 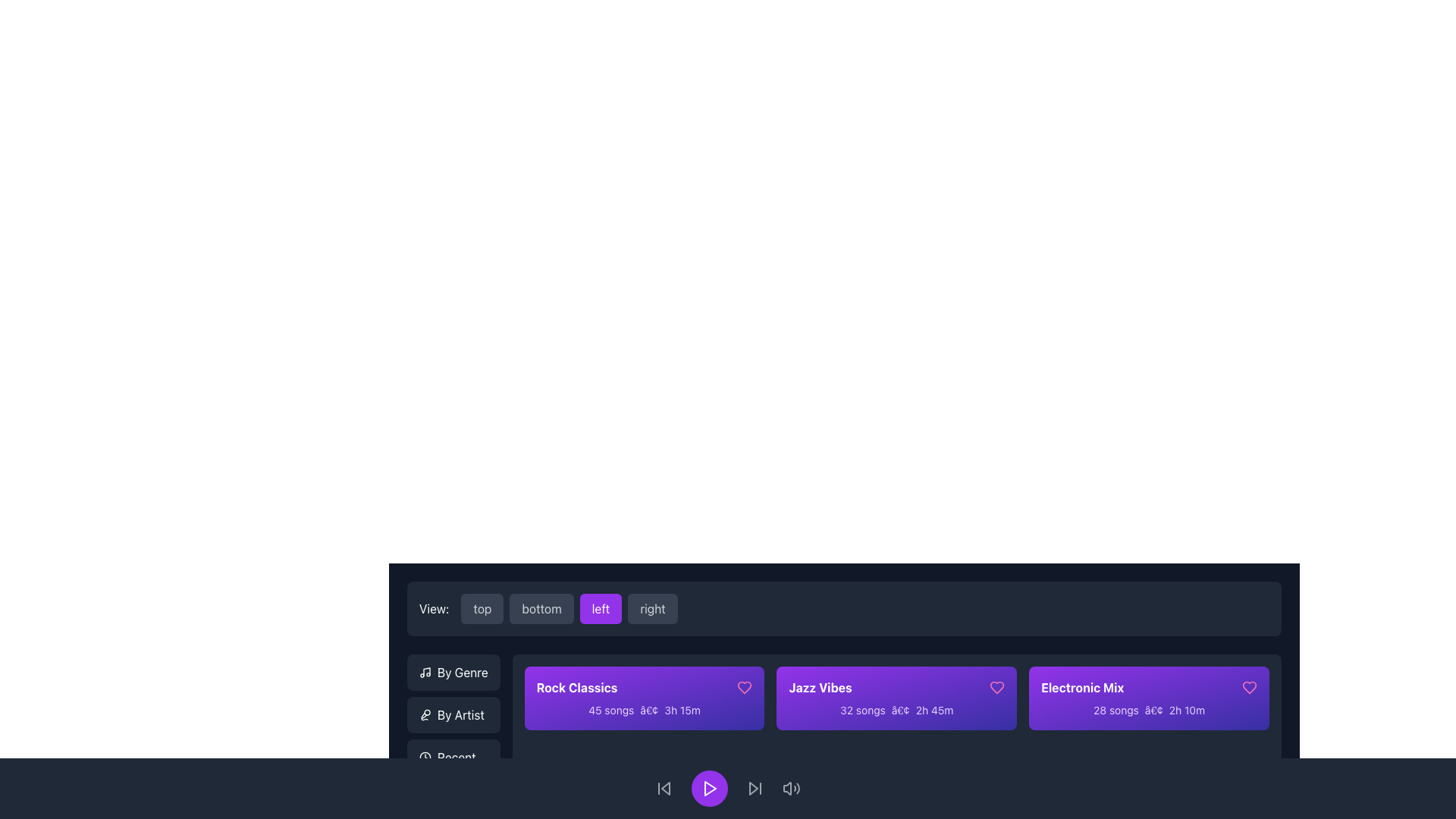 I want to click on the distinct pink triangular play button icon located at the bottom center of the interface, so click(x=709, y=788).